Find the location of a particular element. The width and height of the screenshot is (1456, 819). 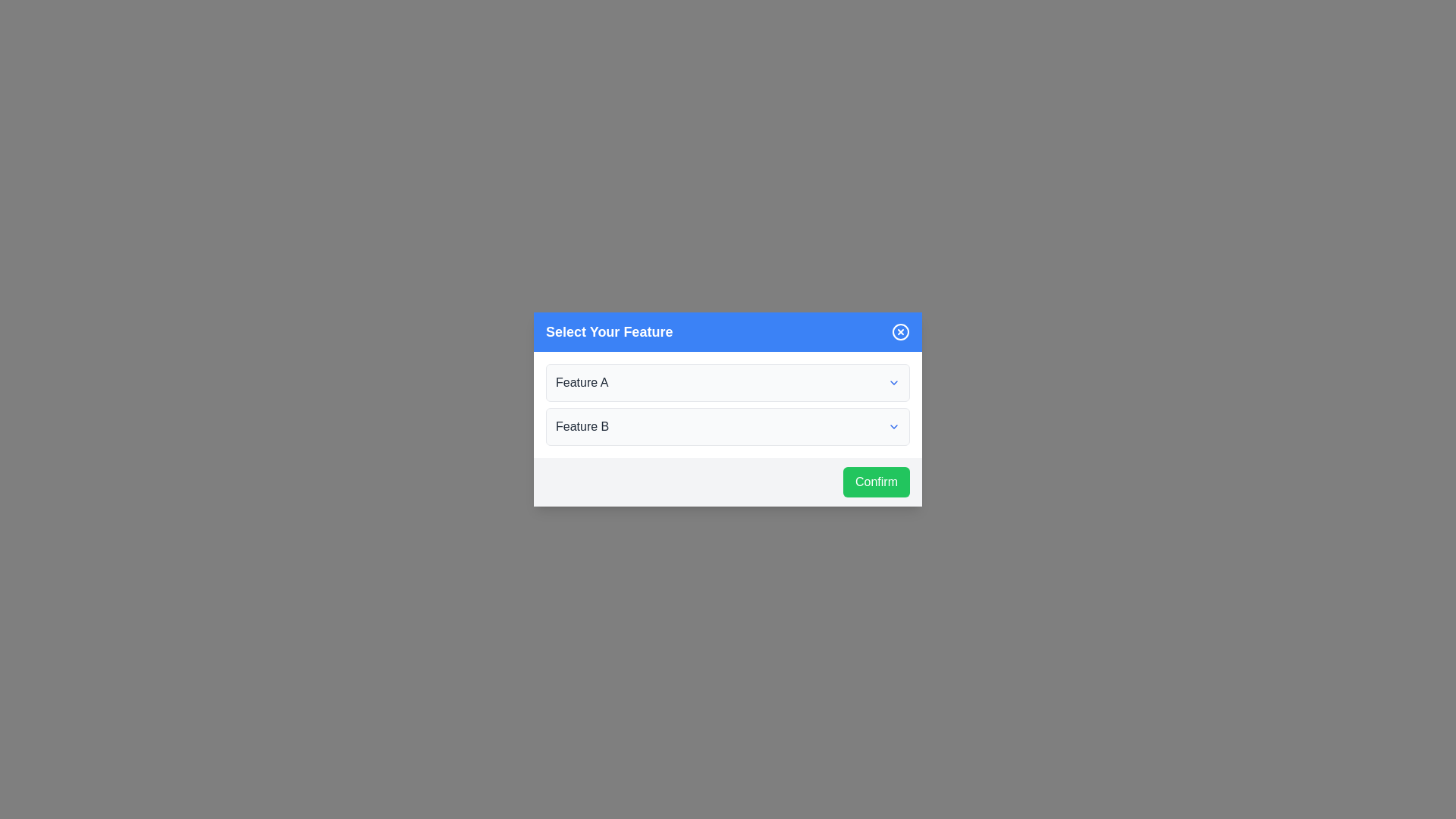

the Text Label displaying 'Feature B', which is located centrally within the modal dialog, underneath the 'Feature A' label is located at coordinates (582, 427).